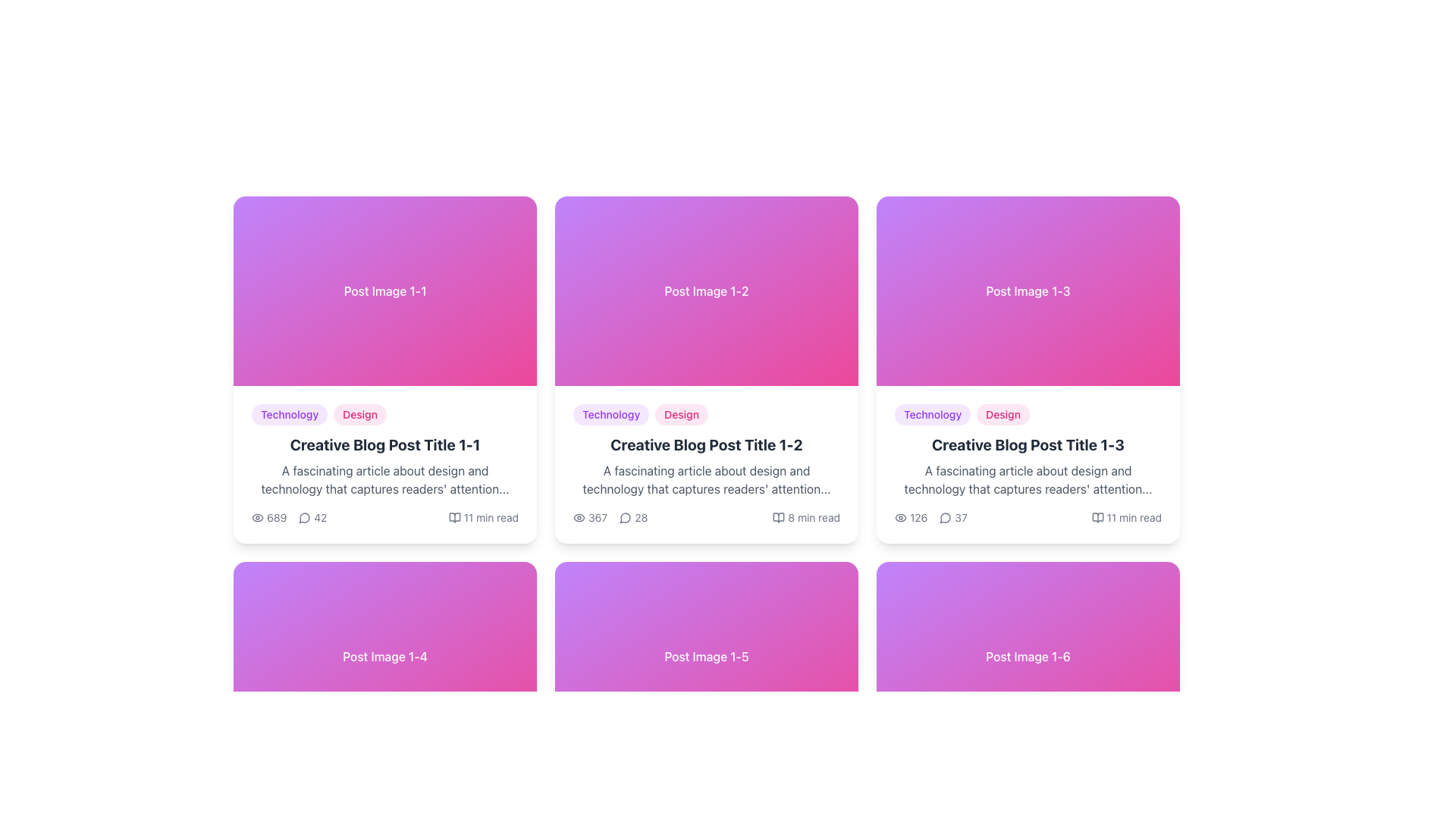 The image size is (1456, 819). Describe the element at coordinates (482, 516) in the screenshot. I see `the text label with an icon located on the lower right of the first card in the top row` at that location.